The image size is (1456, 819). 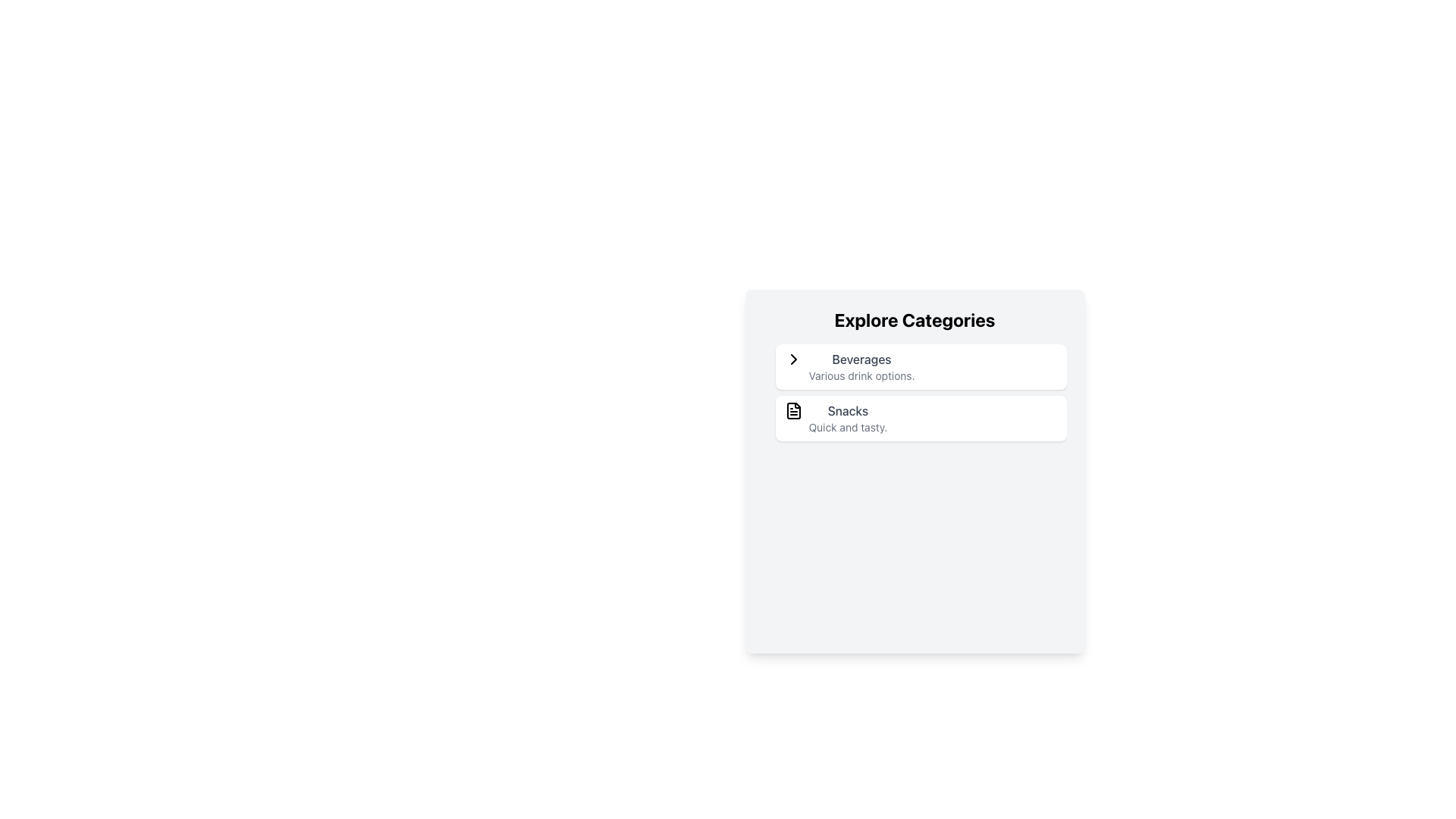 I want to click on the Text Block that displays the title and subtitle of the 'Snacks' category, located in the second category item of the vertically-stacked list labeled 'Explore Categories', below 'Beverages', so click(x=847, y=418).